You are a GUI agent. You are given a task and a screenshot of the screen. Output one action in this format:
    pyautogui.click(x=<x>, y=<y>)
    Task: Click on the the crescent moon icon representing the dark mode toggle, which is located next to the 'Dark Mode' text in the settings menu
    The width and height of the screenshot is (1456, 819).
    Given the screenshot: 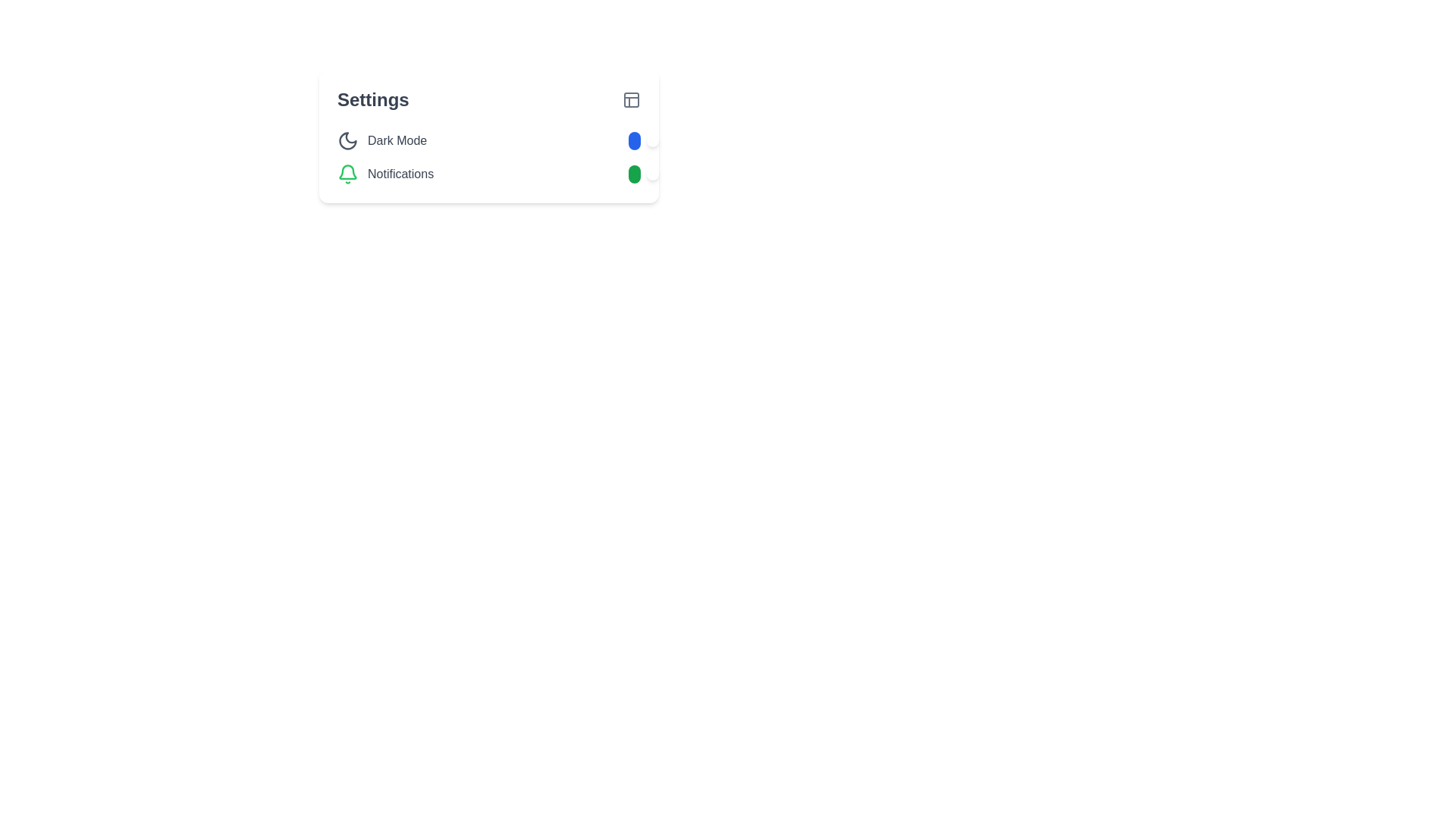 What is the action you would take?
    pyautogui.click(x=347, y=140)
    